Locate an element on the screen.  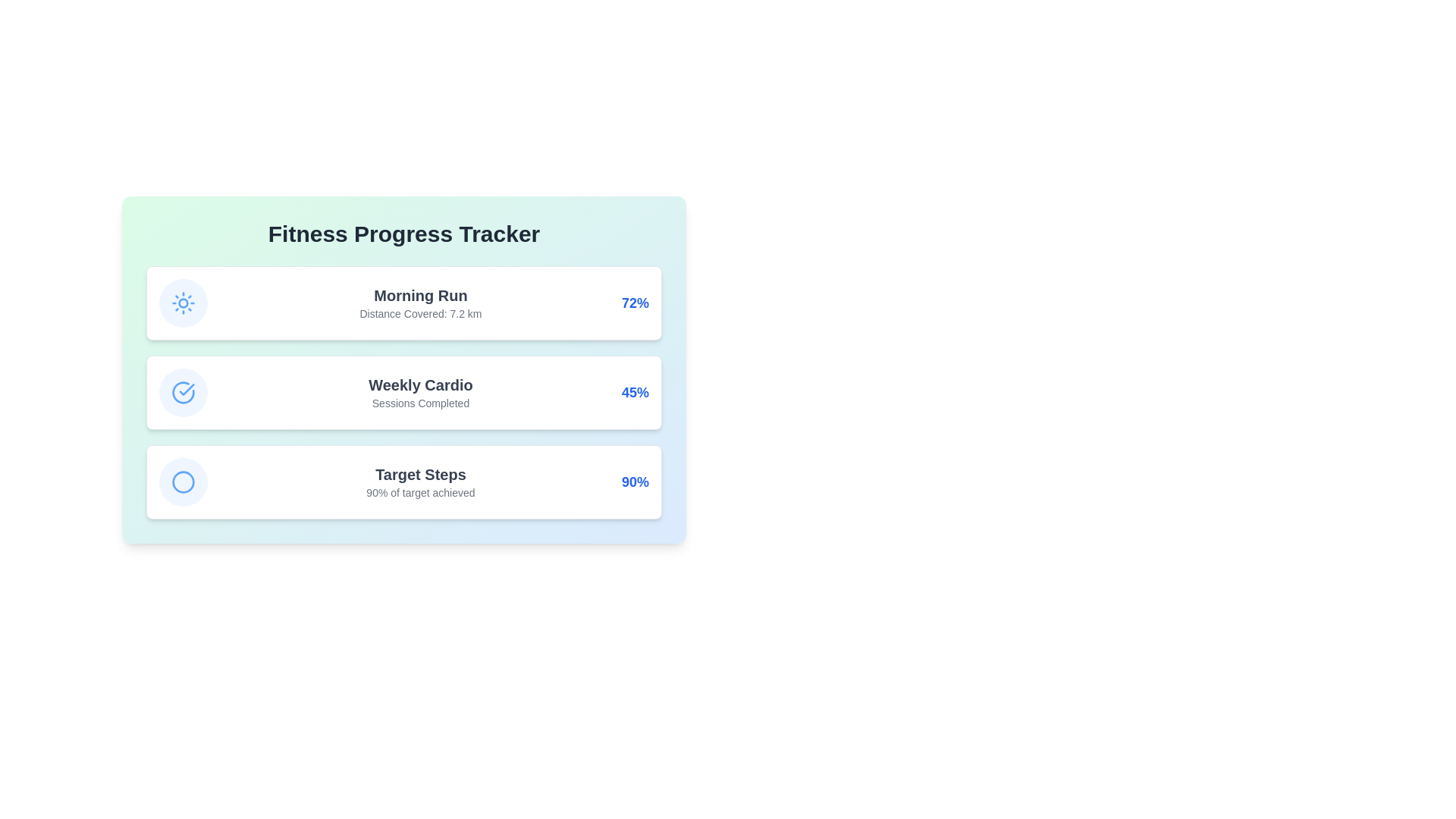
the status of the circular light blue icon with a blue checkmark that is located at the left side of the 'Weekly Cardio' card is located at coordinates (182, 391).